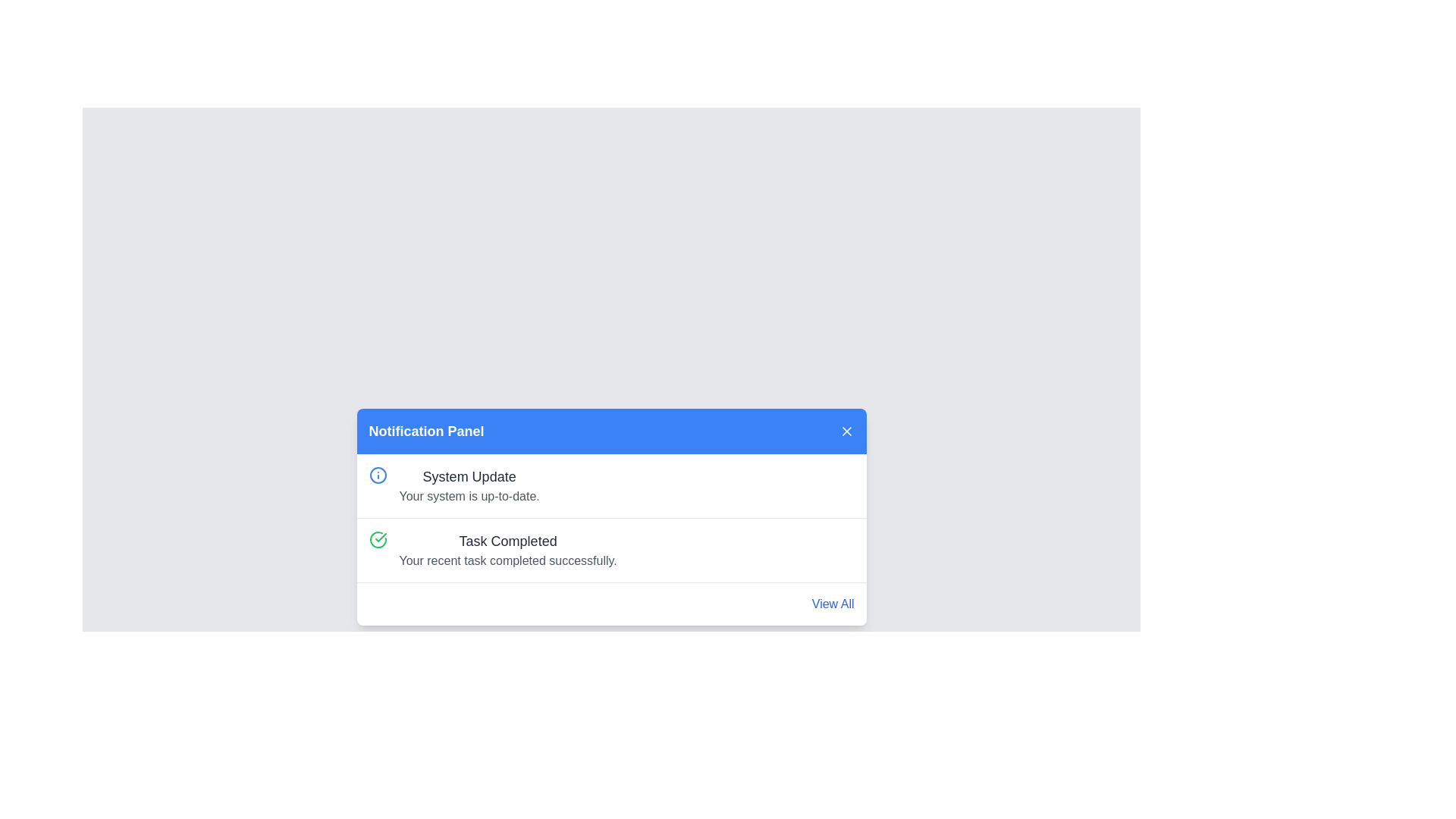 This screenshot has height=819, width=1456. I want to click on the 'System Update' text element which includes the title and subtitle within the notification card, so click(469, 485).